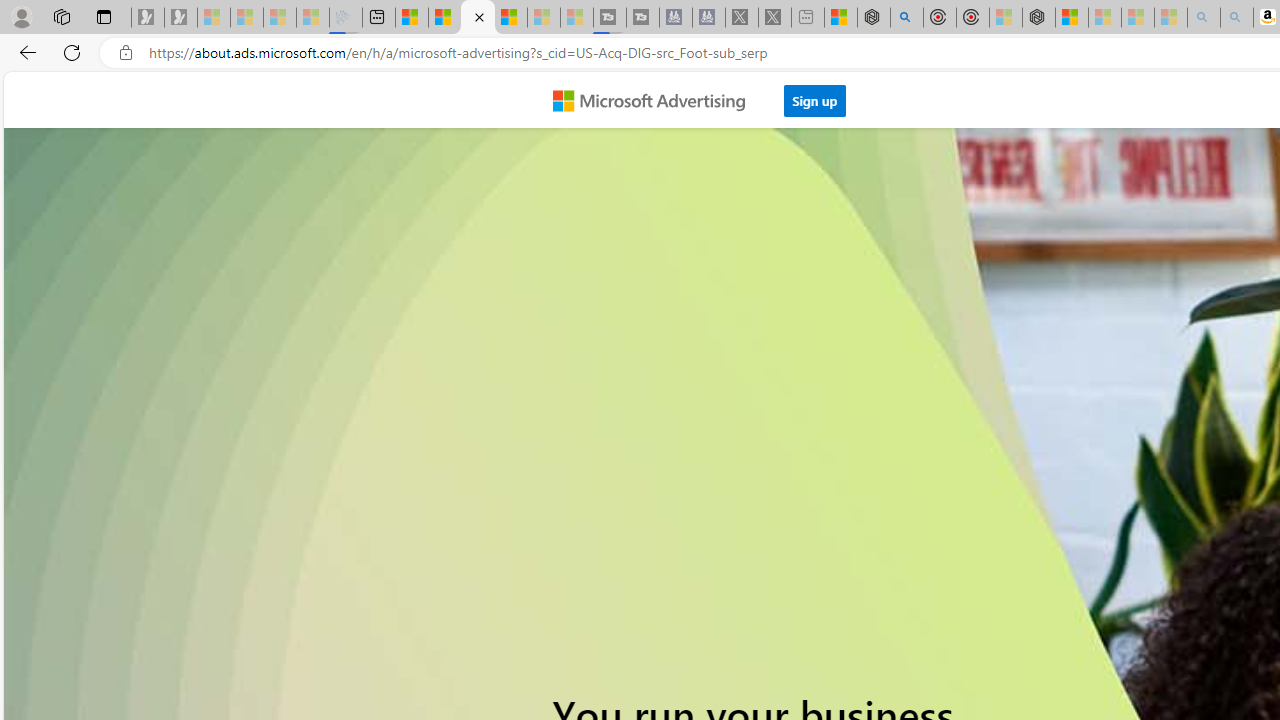  I want to click on 'Microsoft Advertising', so click(657, 99).